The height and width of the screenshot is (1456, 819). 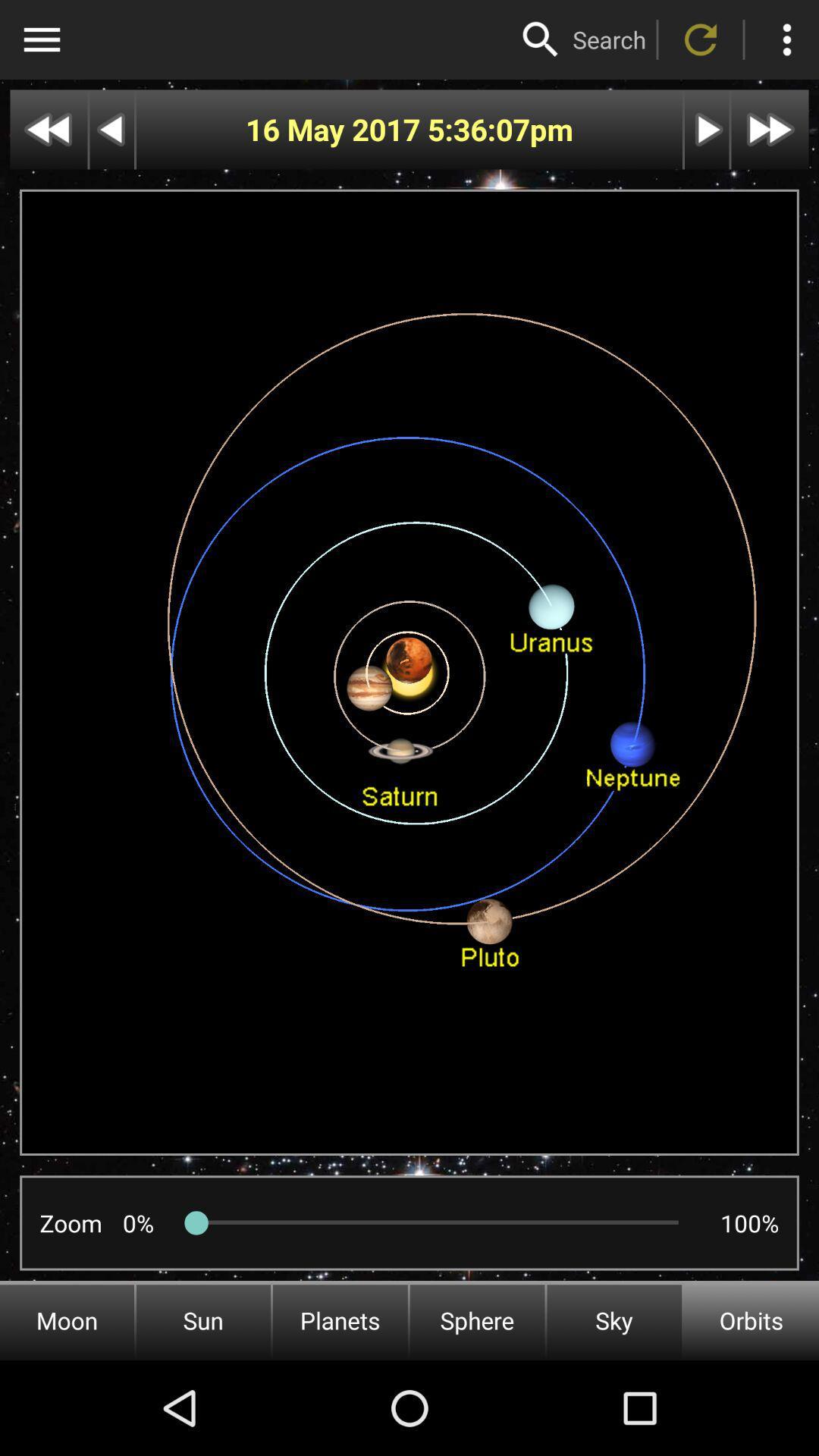 I want to click on skip back further, so click(x=48, y=130).